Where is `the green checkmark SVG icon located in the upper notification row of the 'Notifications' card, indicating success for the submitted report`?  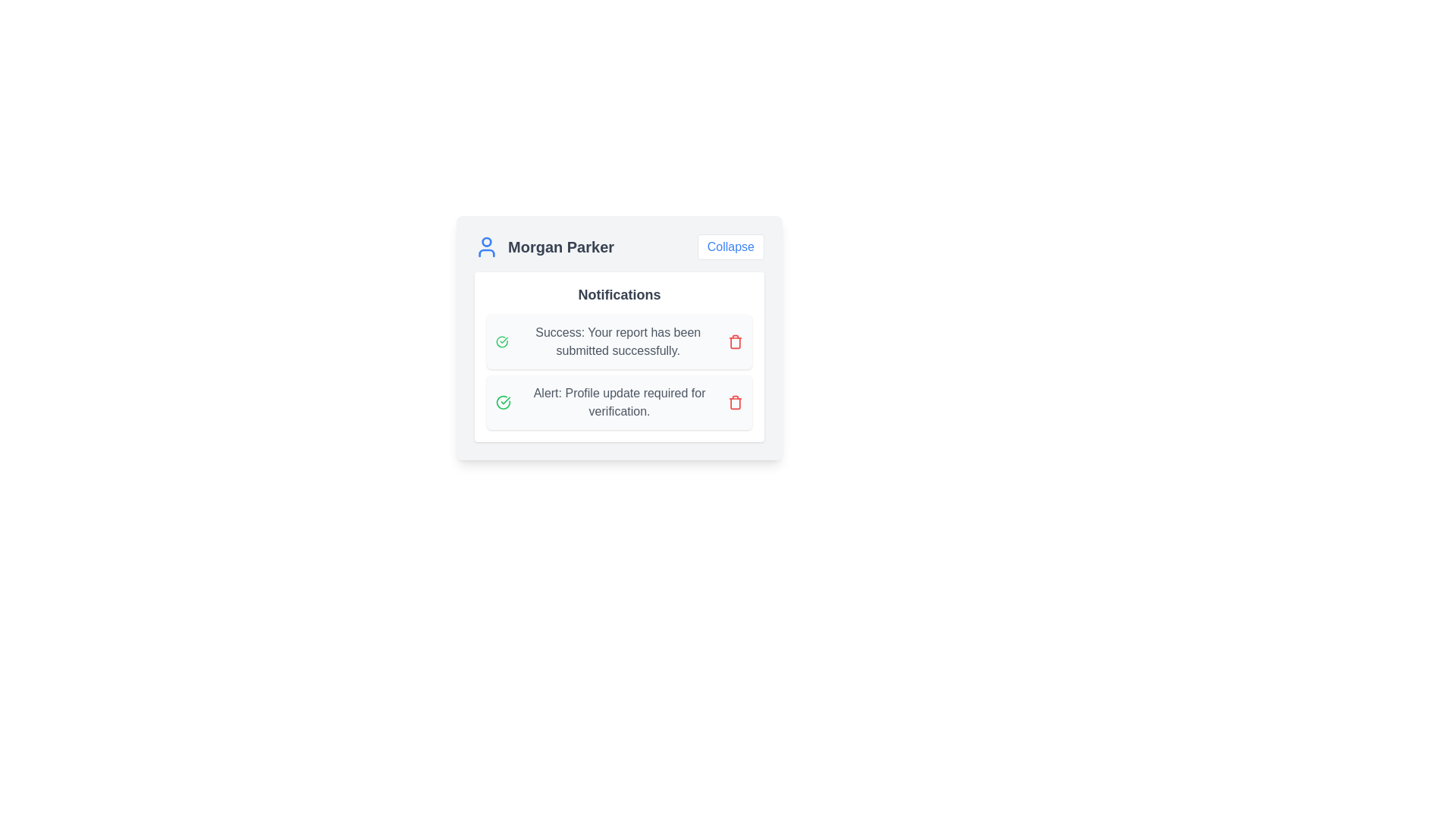 the green checkmark SVG icon located in the upper notification row of the 'Notifications' card, indicating success for the submitted report is located at coordinates (502, 342).